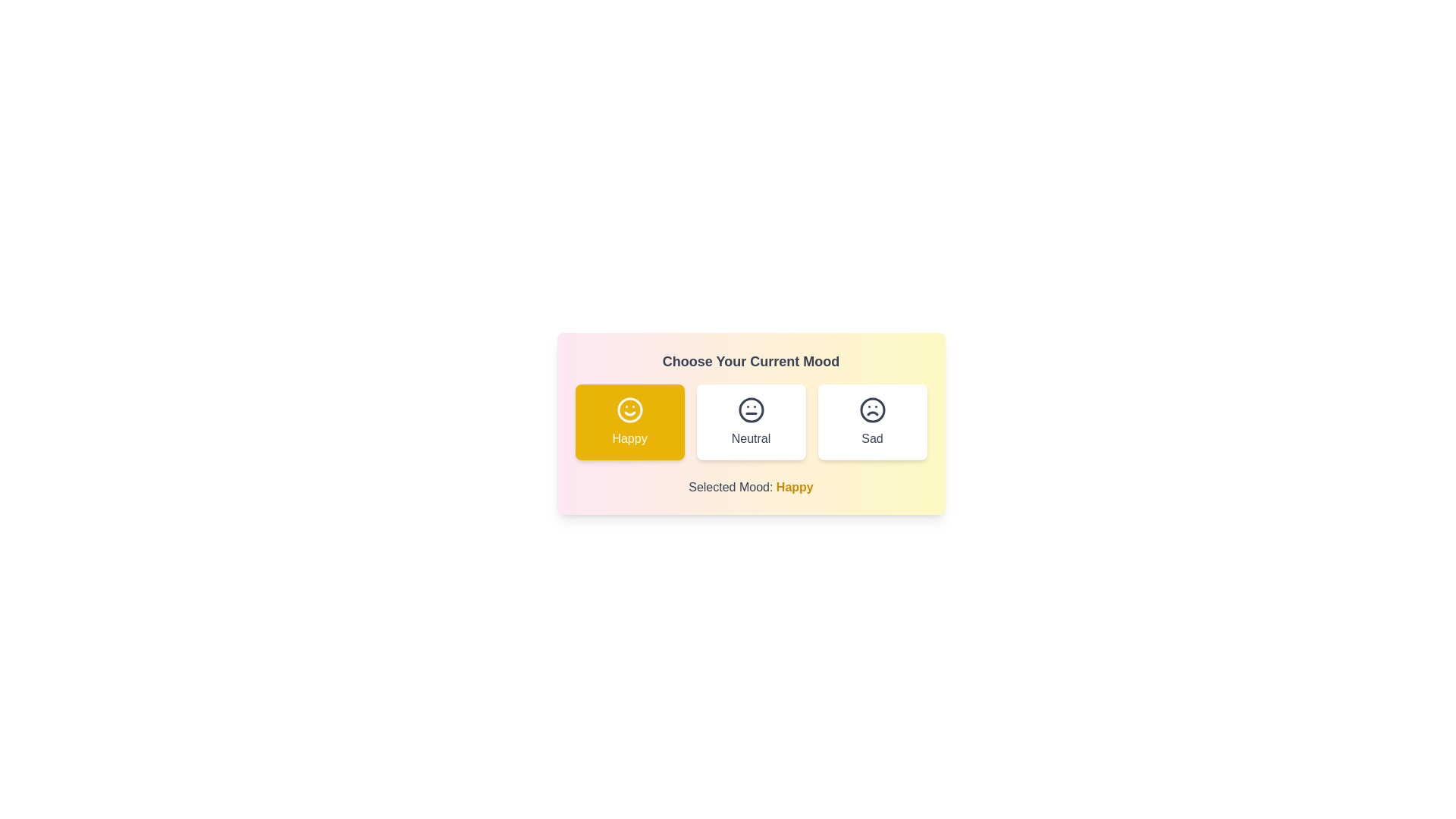 This screenshot has width=1456, height=819. I want to click on the mood button corresponding to sad, so click(872, 422).